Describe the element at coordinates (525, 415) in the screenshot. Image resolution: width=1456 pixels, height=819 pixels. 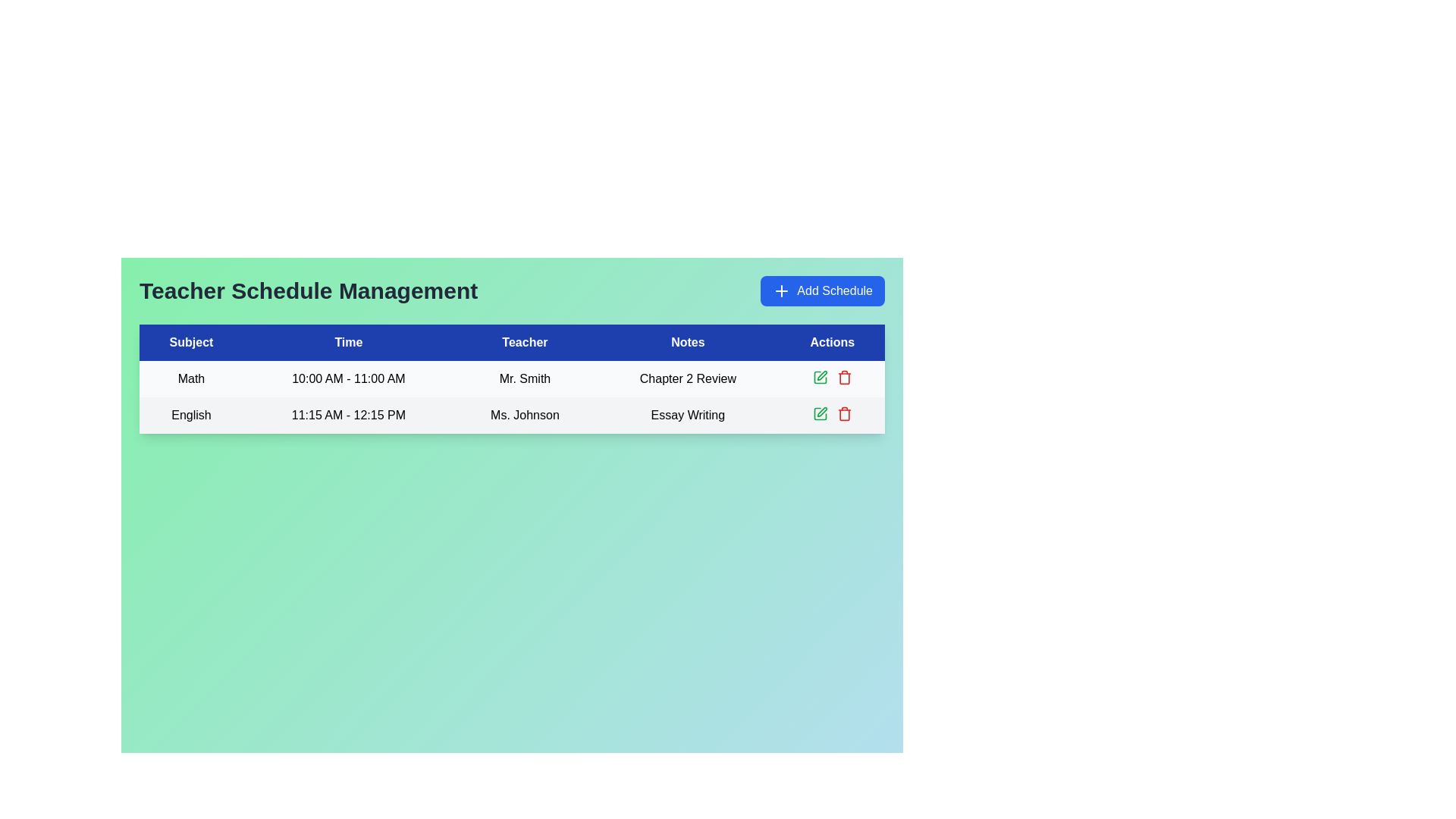
I see `text label that identifies the teacher associated with the time slot and subject in the schedule, located in the second row under the 'Teacher' column` at that location.